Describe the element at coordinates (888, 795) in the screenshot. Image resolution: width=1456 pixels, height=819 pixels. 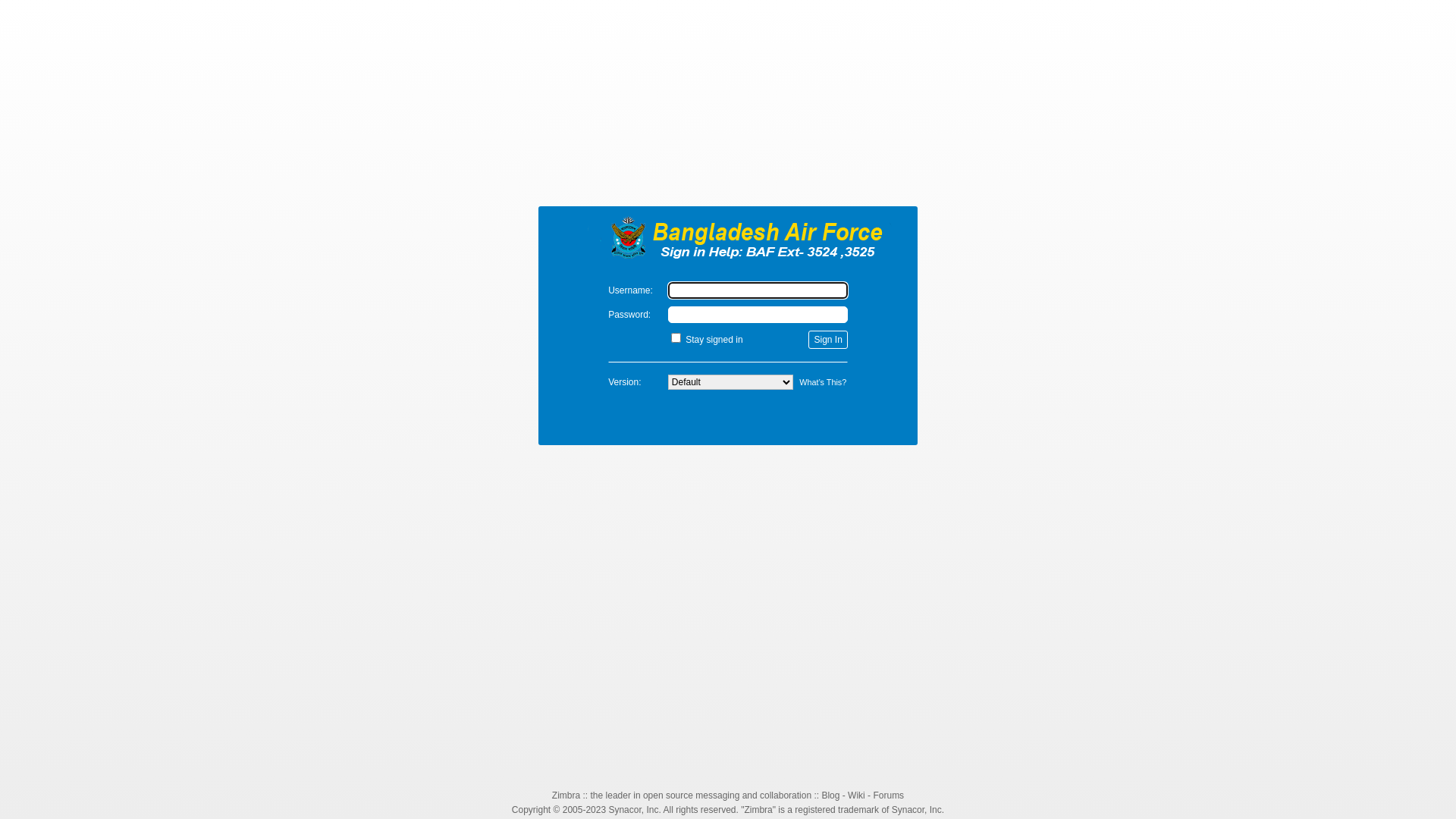
I see `'Forums'` at that location.